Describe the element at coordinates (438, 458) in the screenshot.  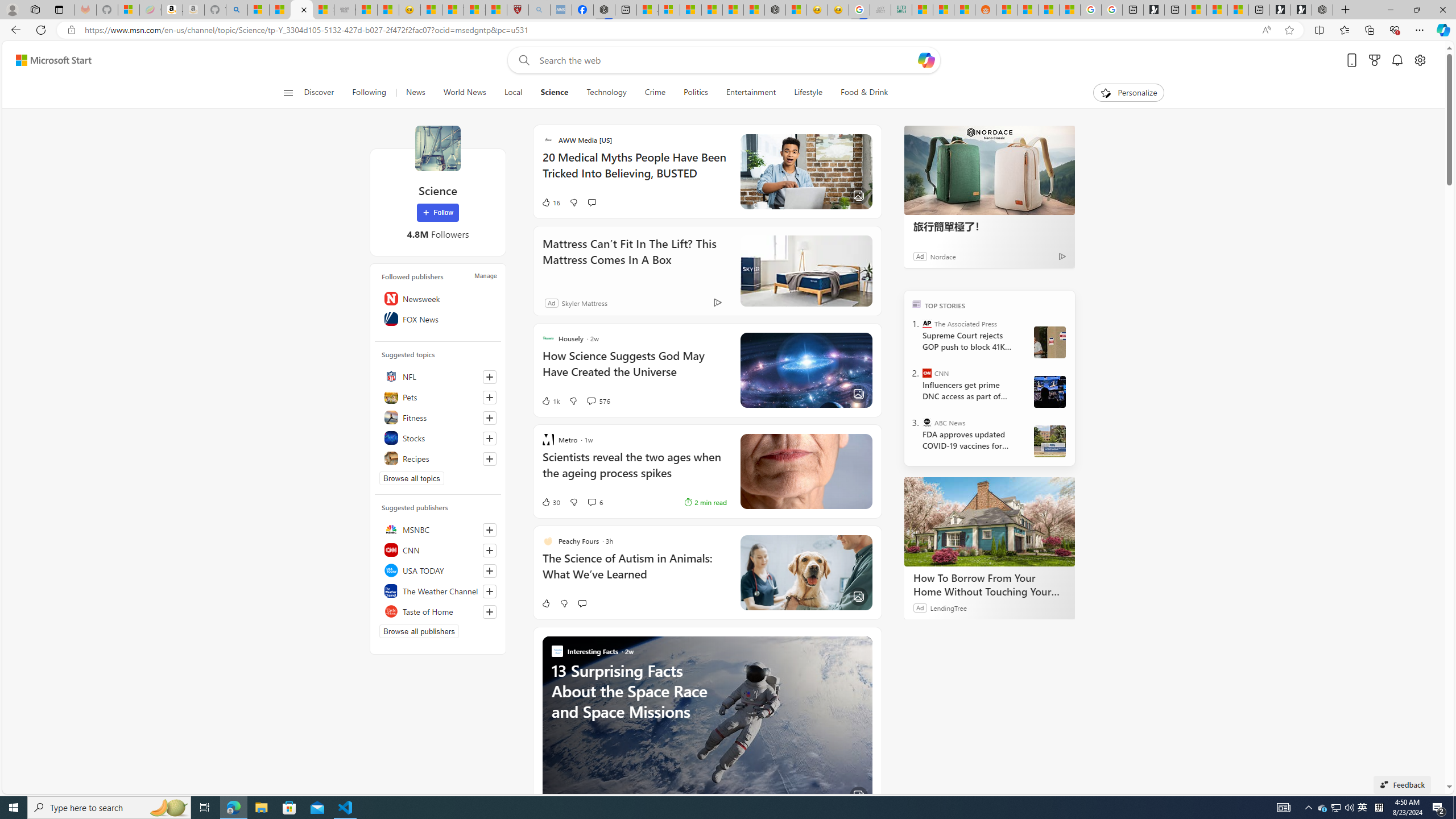
I see `'Recipes'` at that location.